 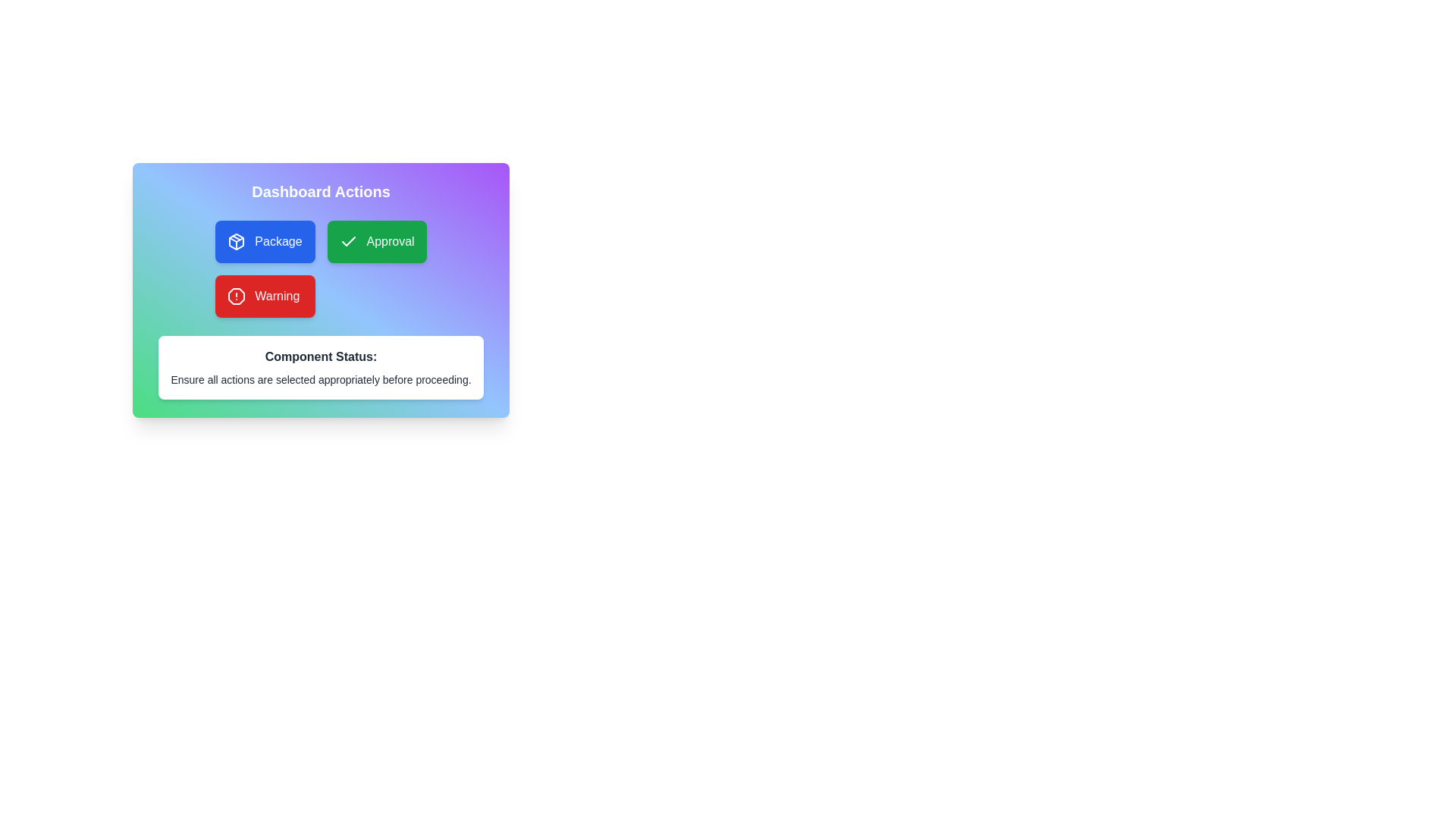 I want to click on the SVG icon of the package located within the blue 'Package' button, so click(x=236, y=241).